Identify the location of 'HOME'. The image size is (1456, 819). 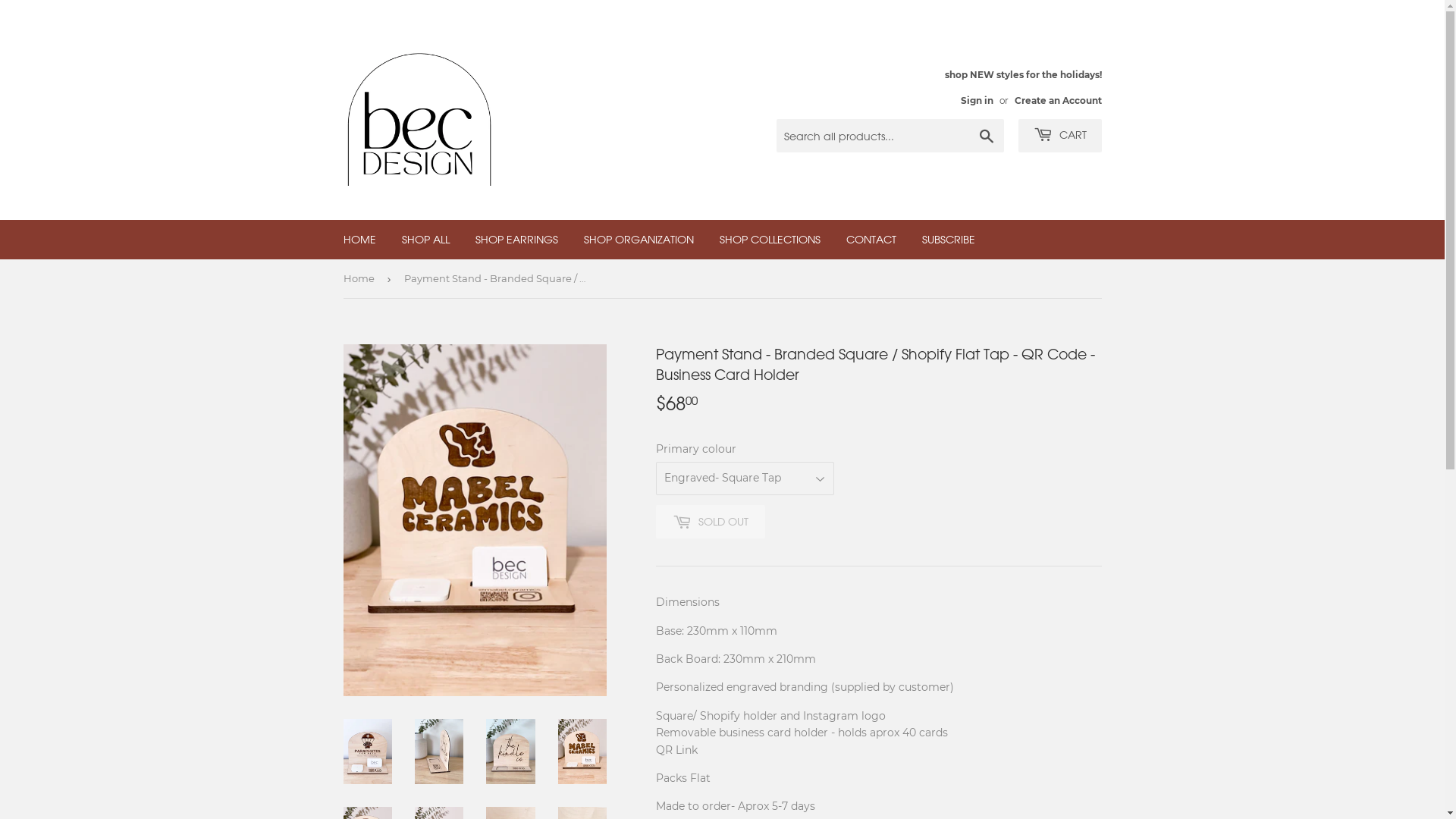
(359, 239).